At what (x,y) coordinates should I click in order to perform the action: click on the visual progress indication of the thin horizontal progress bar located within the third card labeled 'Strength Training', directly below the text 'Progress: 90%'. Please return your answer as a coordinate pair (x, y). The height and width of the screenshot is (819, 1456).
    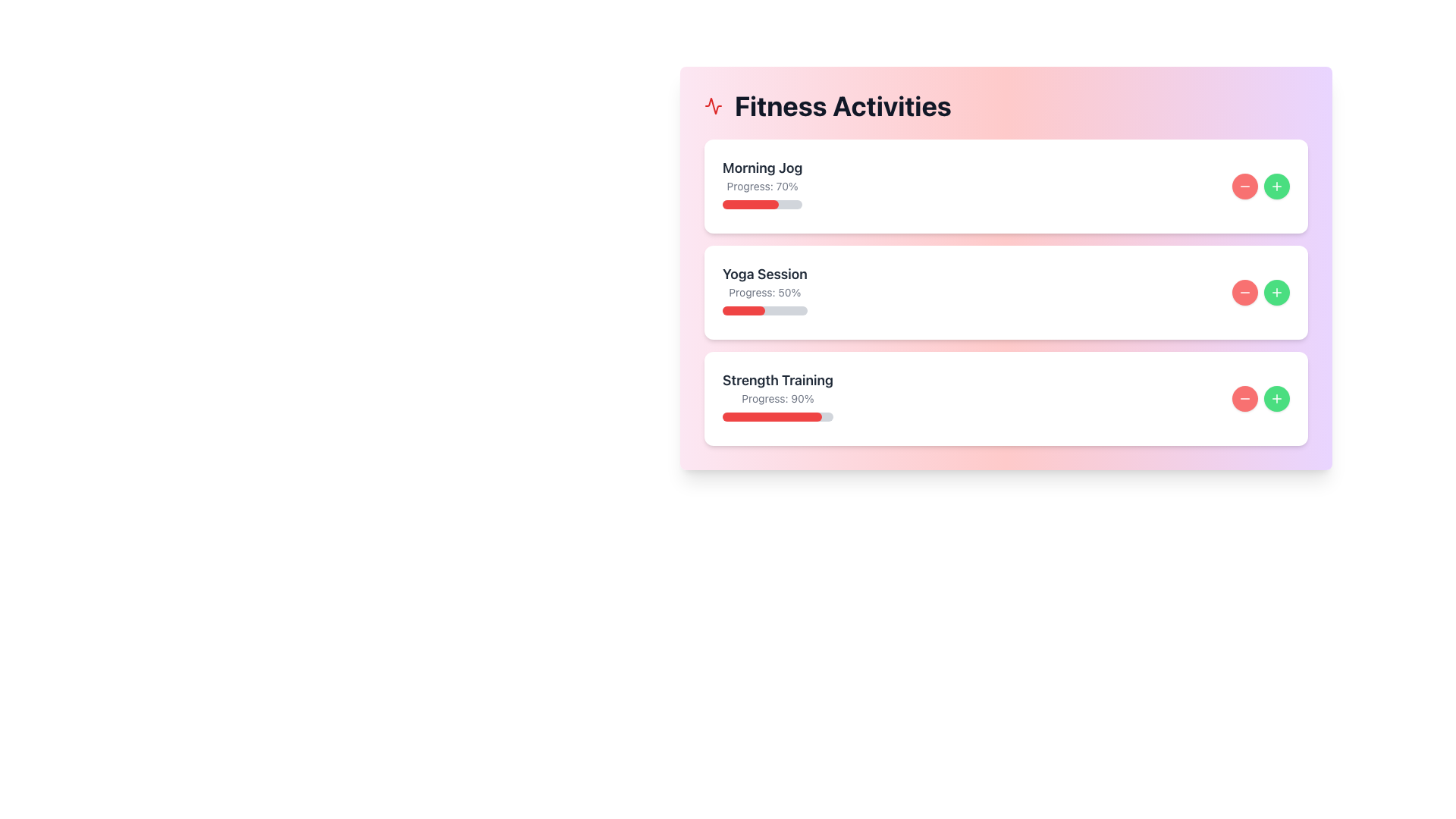
    Looking at the image, I should click on (777, 417).